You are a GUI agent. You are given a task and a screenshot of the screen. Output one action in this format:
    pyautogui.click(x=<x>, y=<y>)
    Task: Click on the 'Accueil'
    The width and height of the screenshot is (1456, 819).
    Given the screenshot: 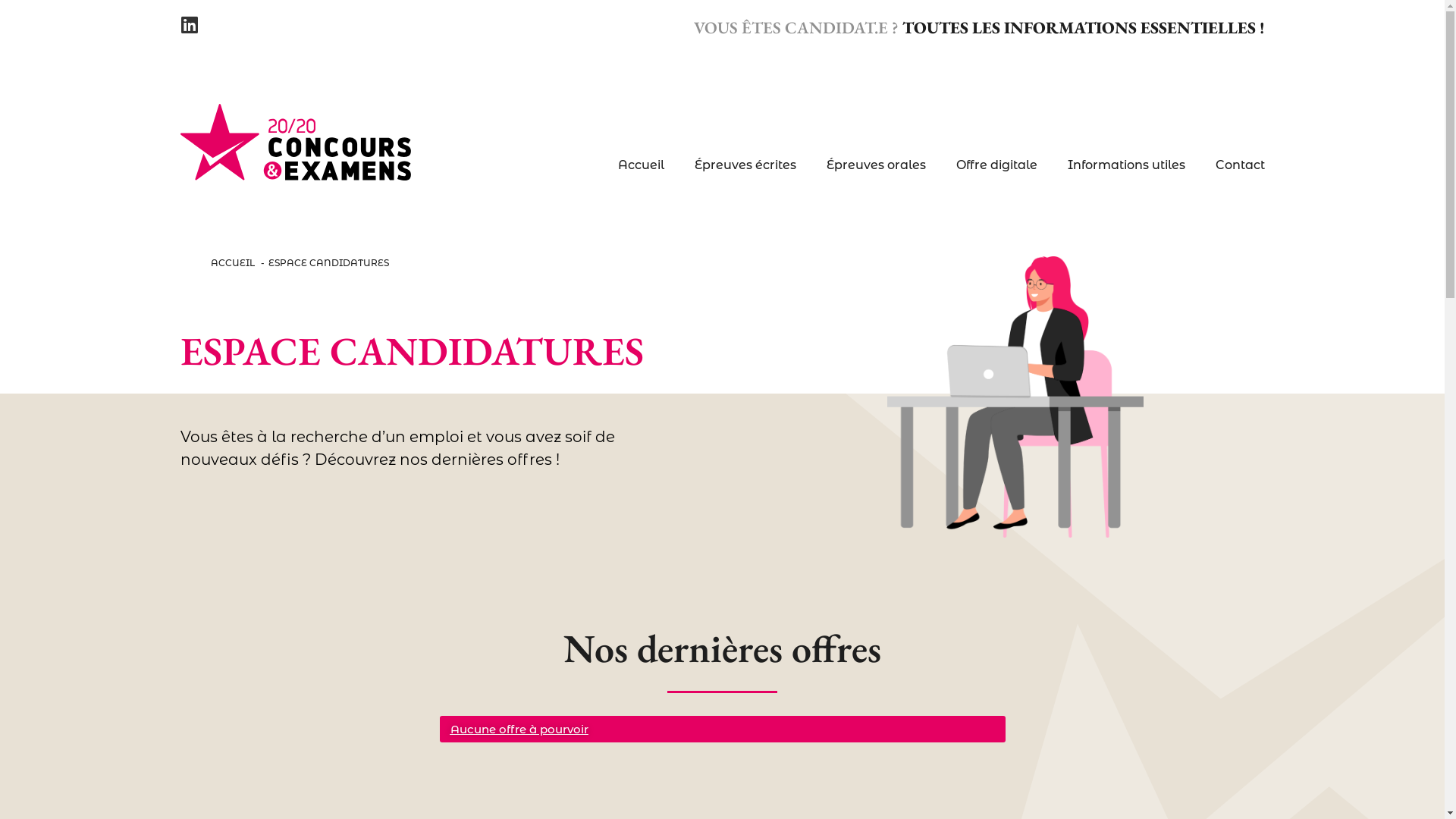 What is the action you would take?
    pyautogui.click(x=640, y=165)
    